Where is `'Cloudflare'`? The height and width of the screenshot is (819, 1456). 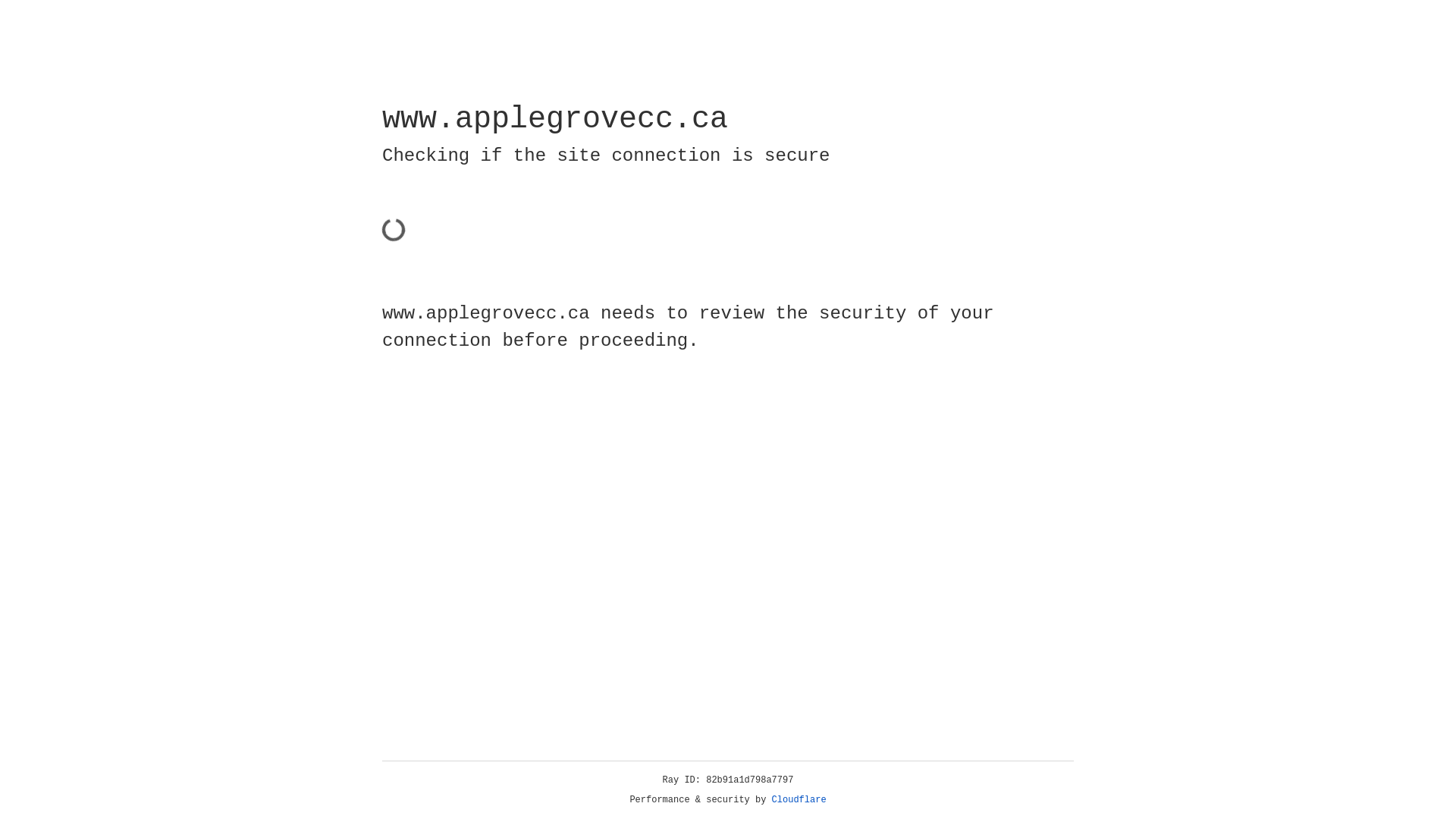
'Cloudflare' is located at coordinates (799, 799).